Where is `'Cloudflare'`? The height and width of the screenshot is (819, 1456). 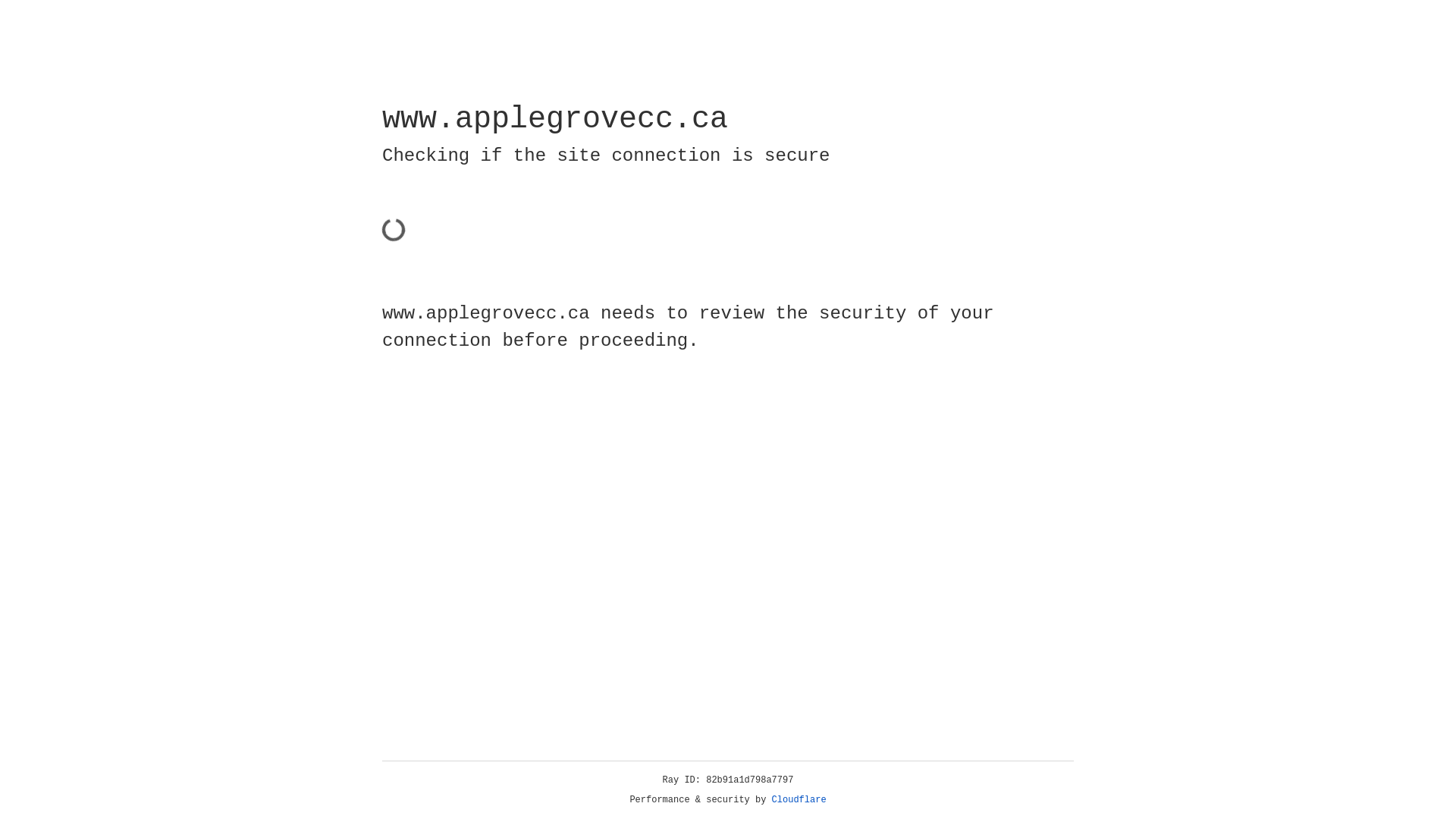
'Cloudflare' is located at coordinates (799, 799).